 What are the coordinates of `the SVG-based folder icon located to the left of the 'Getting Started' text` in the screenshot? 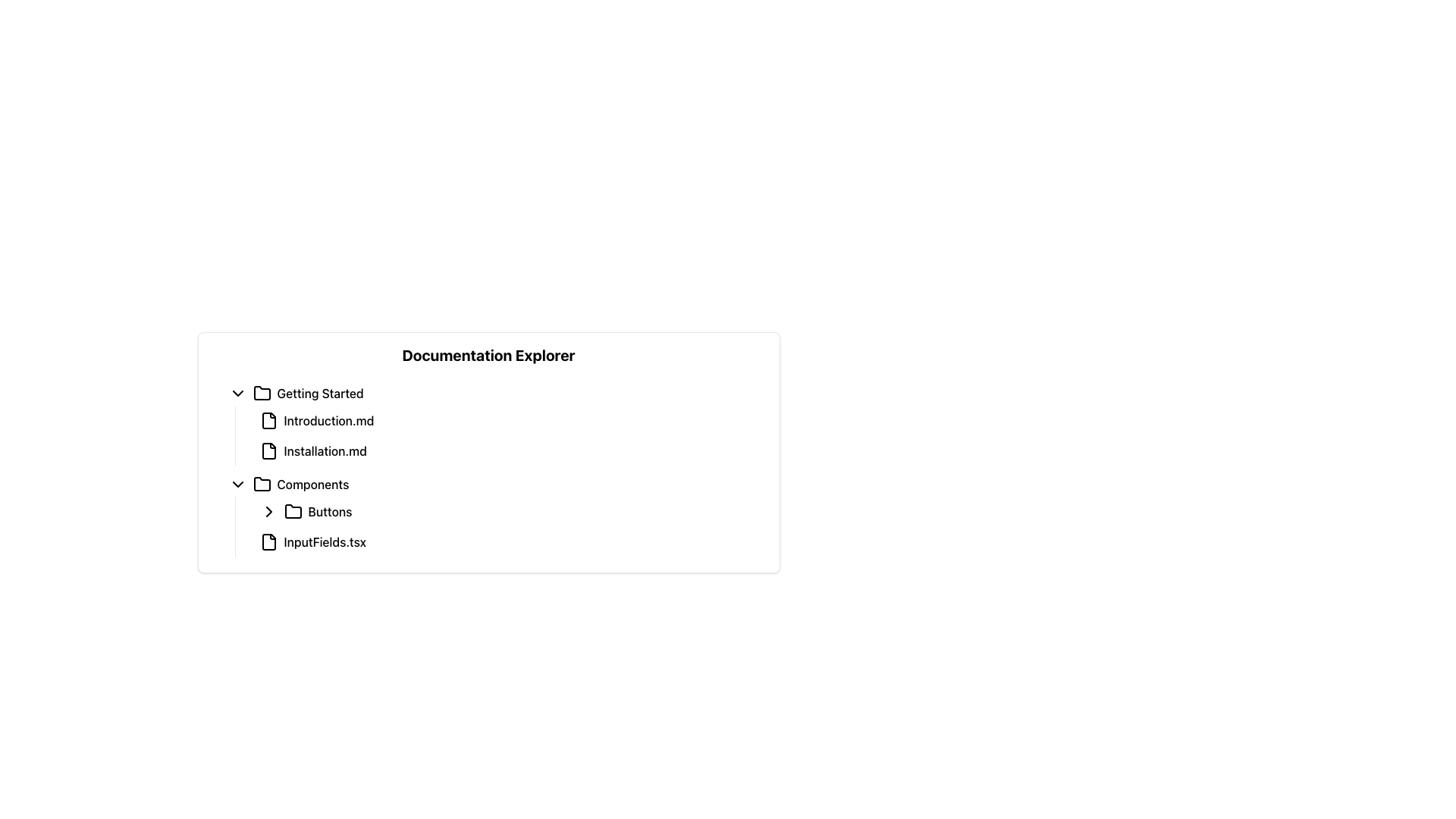 It's located at (262, 393).